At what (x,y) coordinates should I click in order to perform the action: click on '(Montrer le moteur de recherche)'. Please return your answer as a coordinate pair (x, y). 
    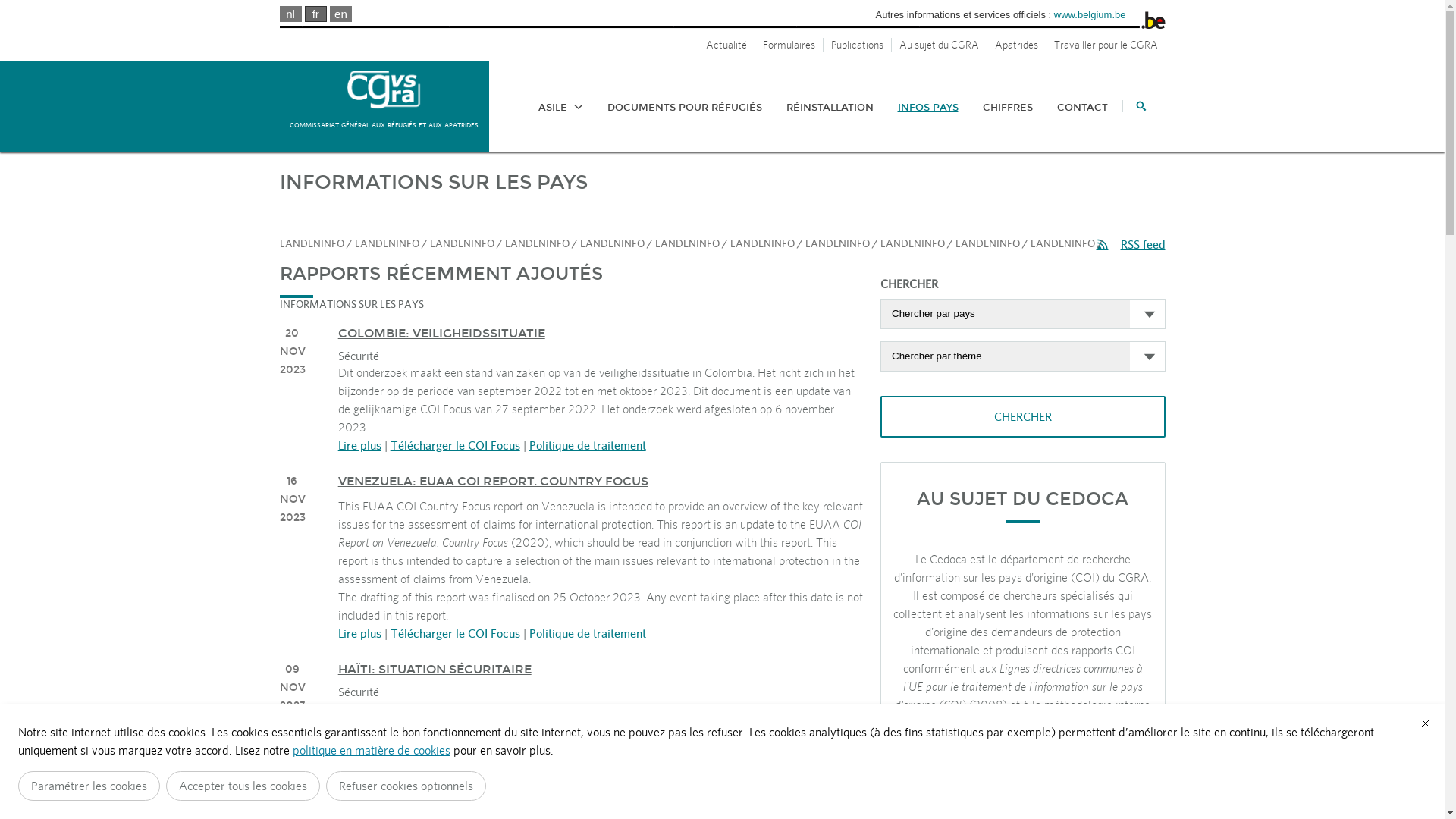
    Looking at the image, I should click on (1134, 105).